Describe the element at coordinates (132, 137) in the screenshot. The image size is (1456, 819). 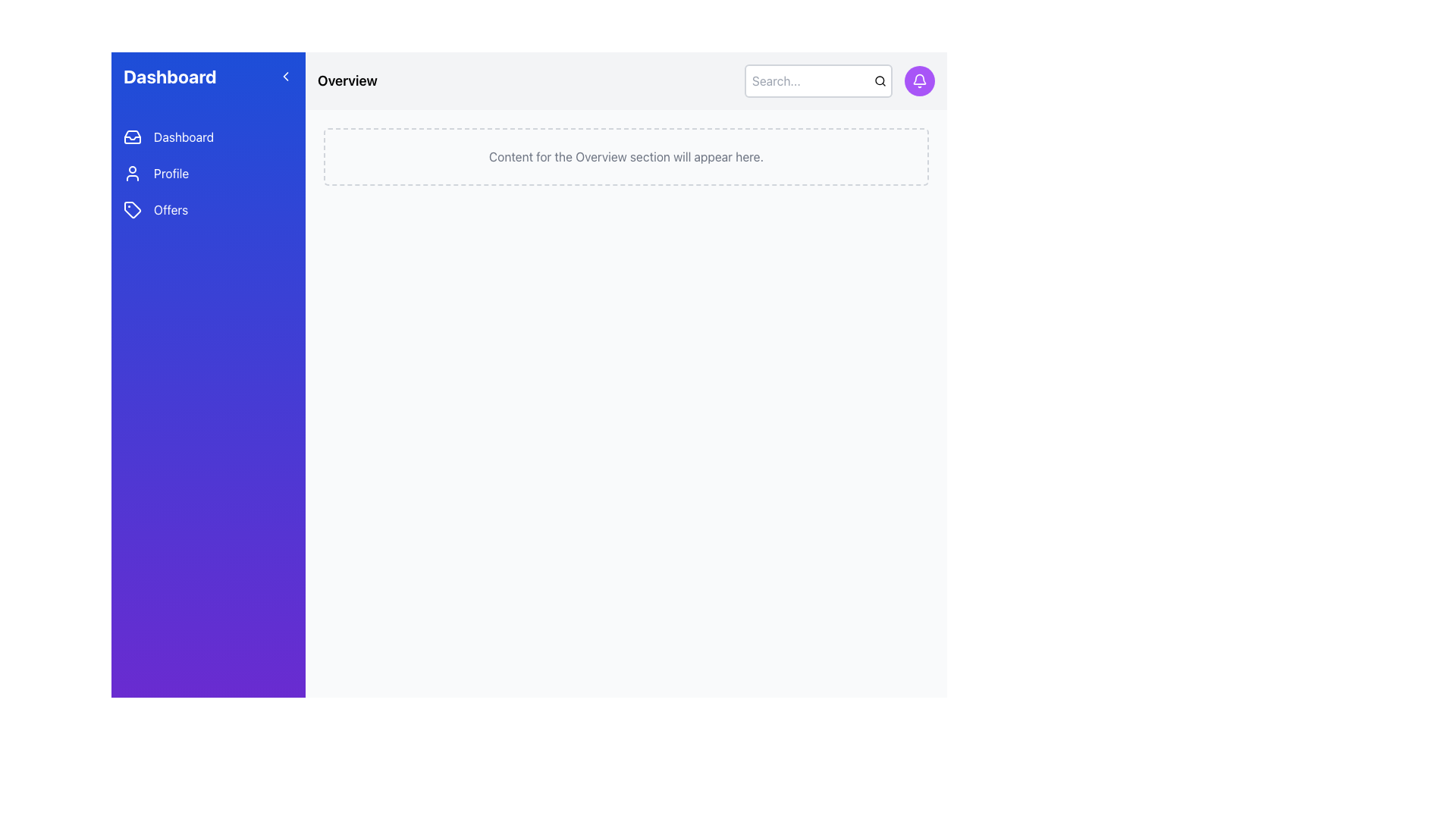
I see `the decorative icon associated with the 'Dashboard' menu option in the left navigation bar of the application interface` at that location.